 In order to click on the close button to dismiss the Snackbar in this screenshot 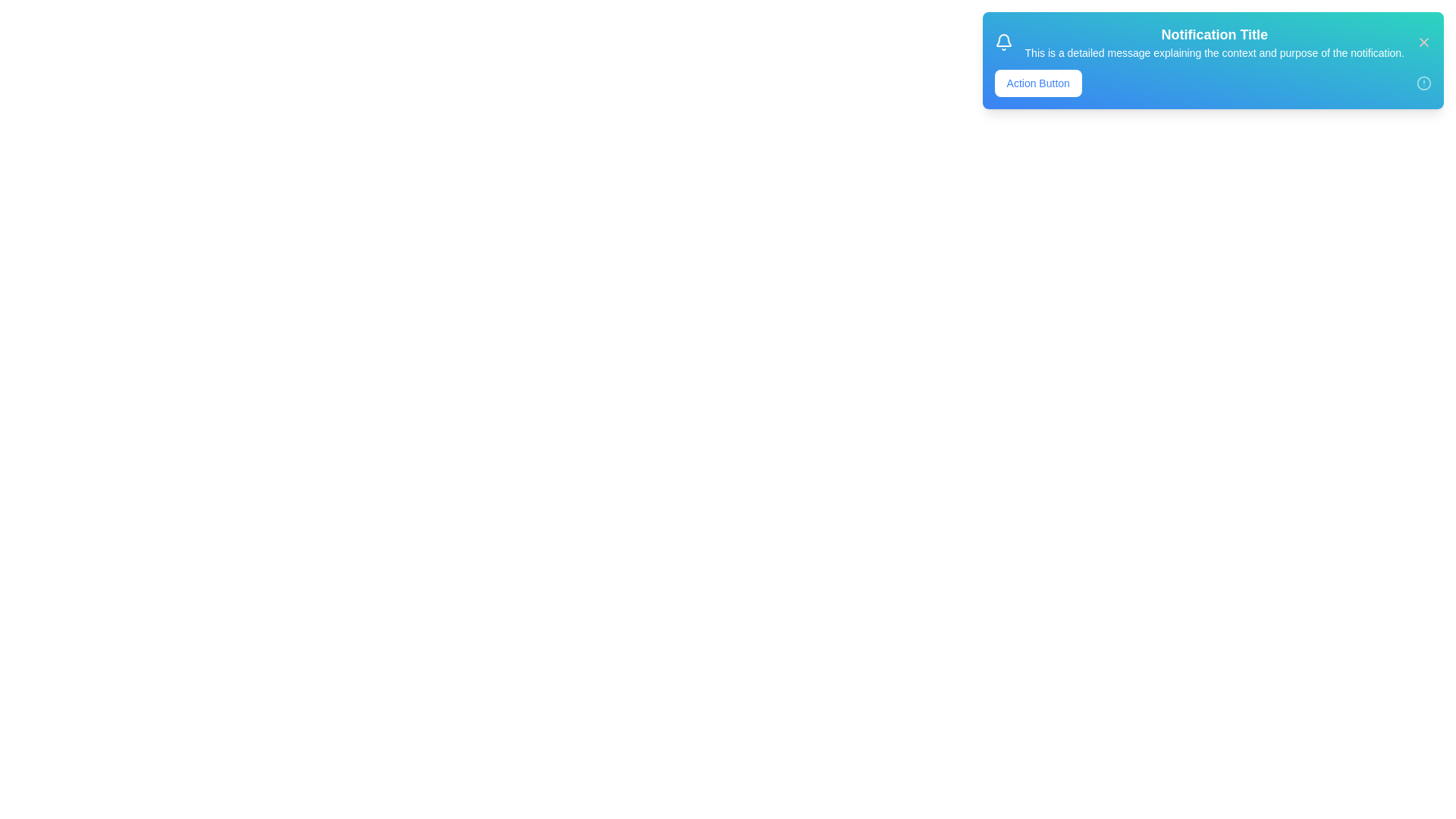, I will do `click(1423, 42)`.